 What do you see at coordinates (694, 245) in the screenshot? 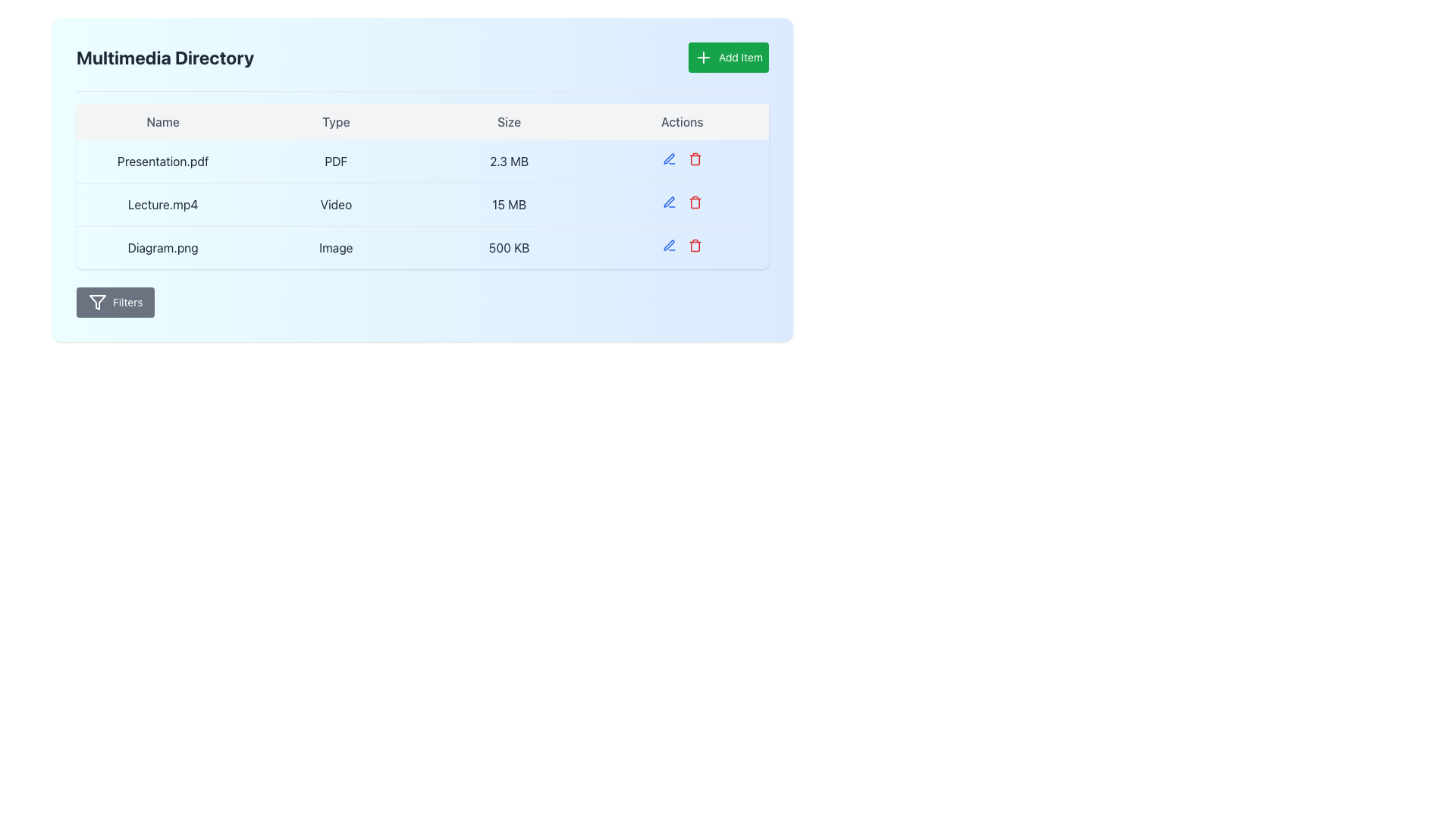
I see `the delete icon button located to the right of the 'Actions' column in the third row of the multimedia table to initiate file deletion` at bounding box center [694, 245].